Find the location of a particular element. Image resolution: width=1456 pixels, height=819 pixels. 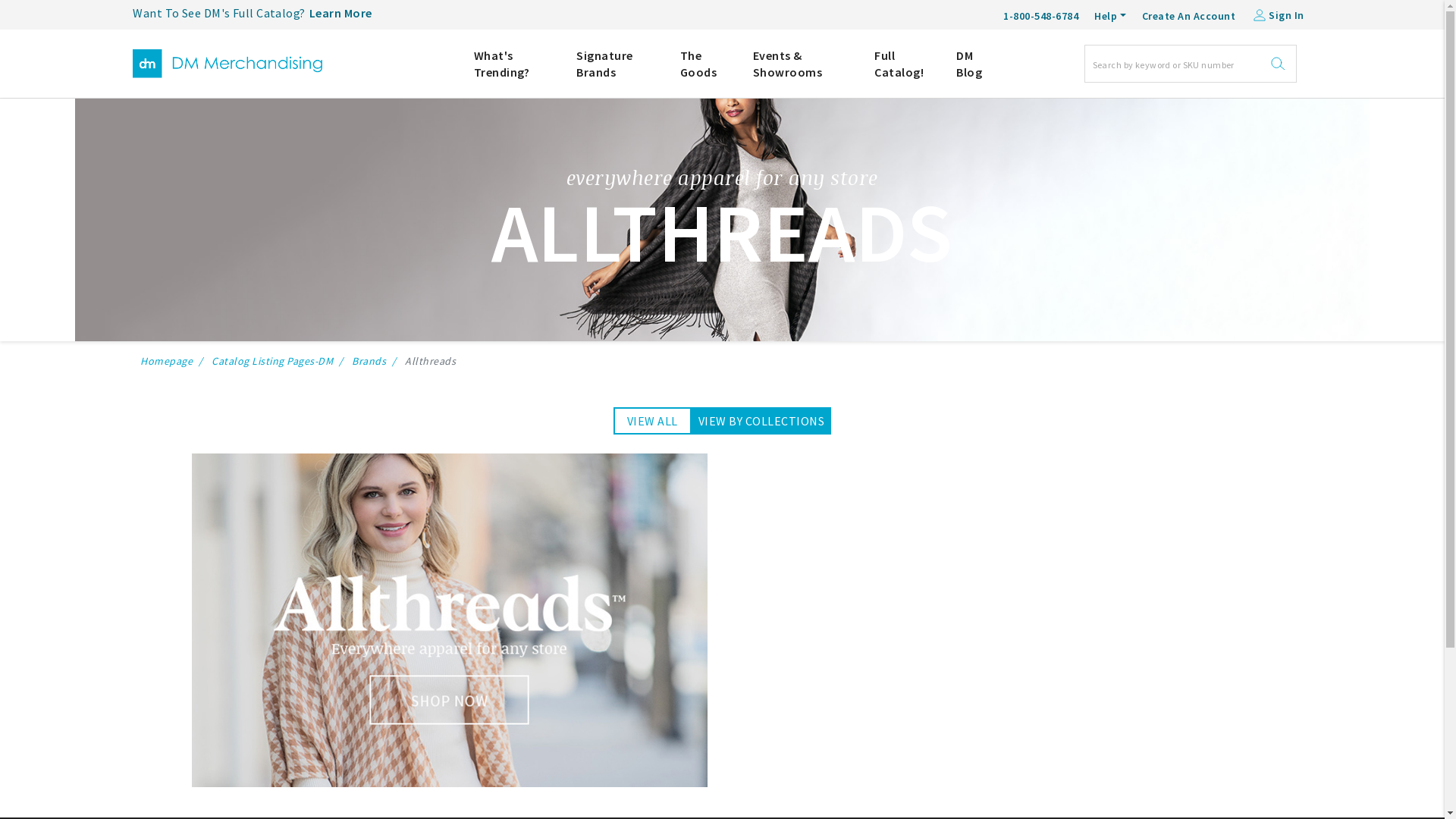

'Events & Showrooms' is located at coordinates (801, 63).